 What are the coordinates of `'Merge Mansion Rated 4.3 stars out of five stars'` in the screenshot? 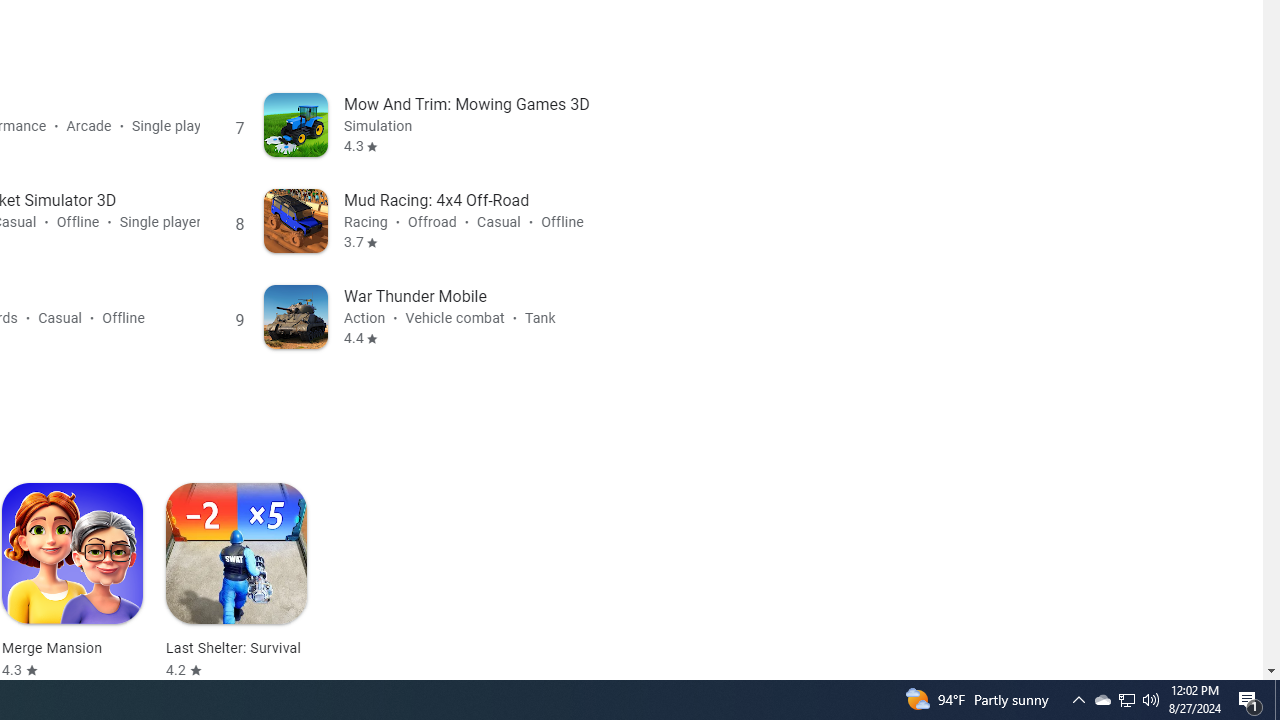 It's located at (72, 581).